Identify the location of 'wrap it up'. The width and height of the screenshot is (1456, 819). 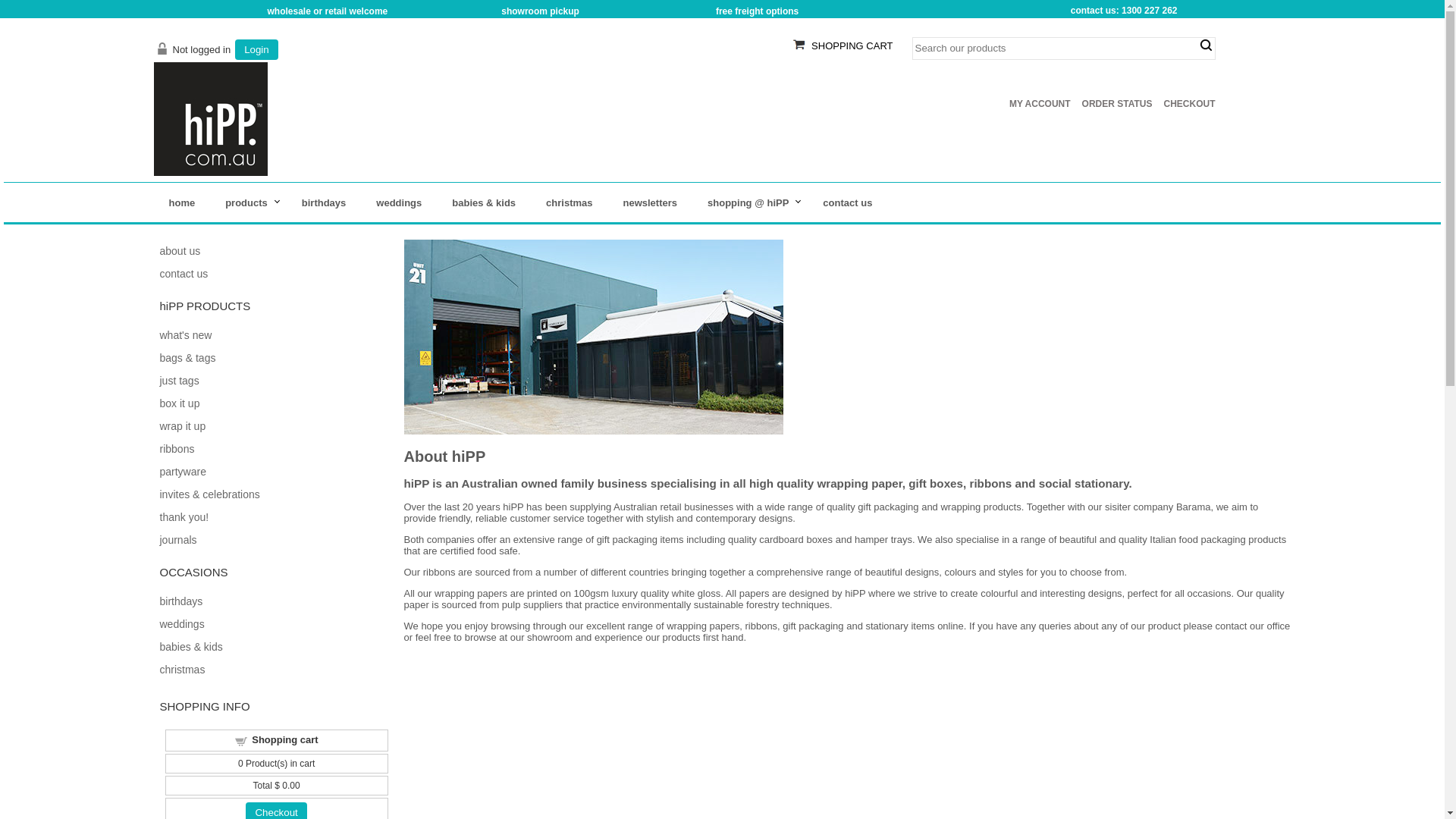
(182, 426).